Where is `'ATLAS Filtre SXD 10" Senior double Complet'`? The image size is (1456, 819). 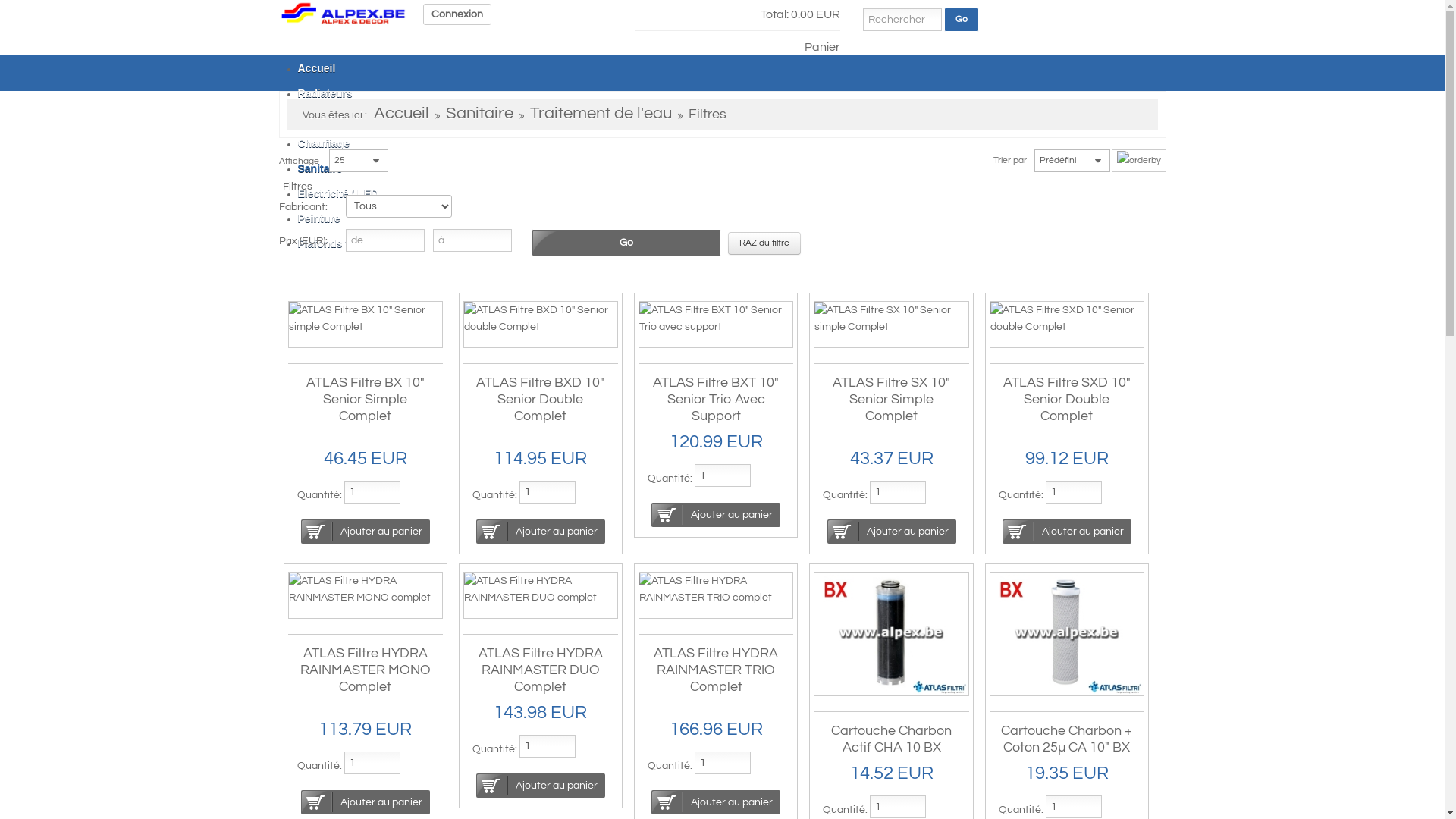
'ATLAS Filtre SXD 10" Senior double Complet' is located at coordinates (1065, 318).